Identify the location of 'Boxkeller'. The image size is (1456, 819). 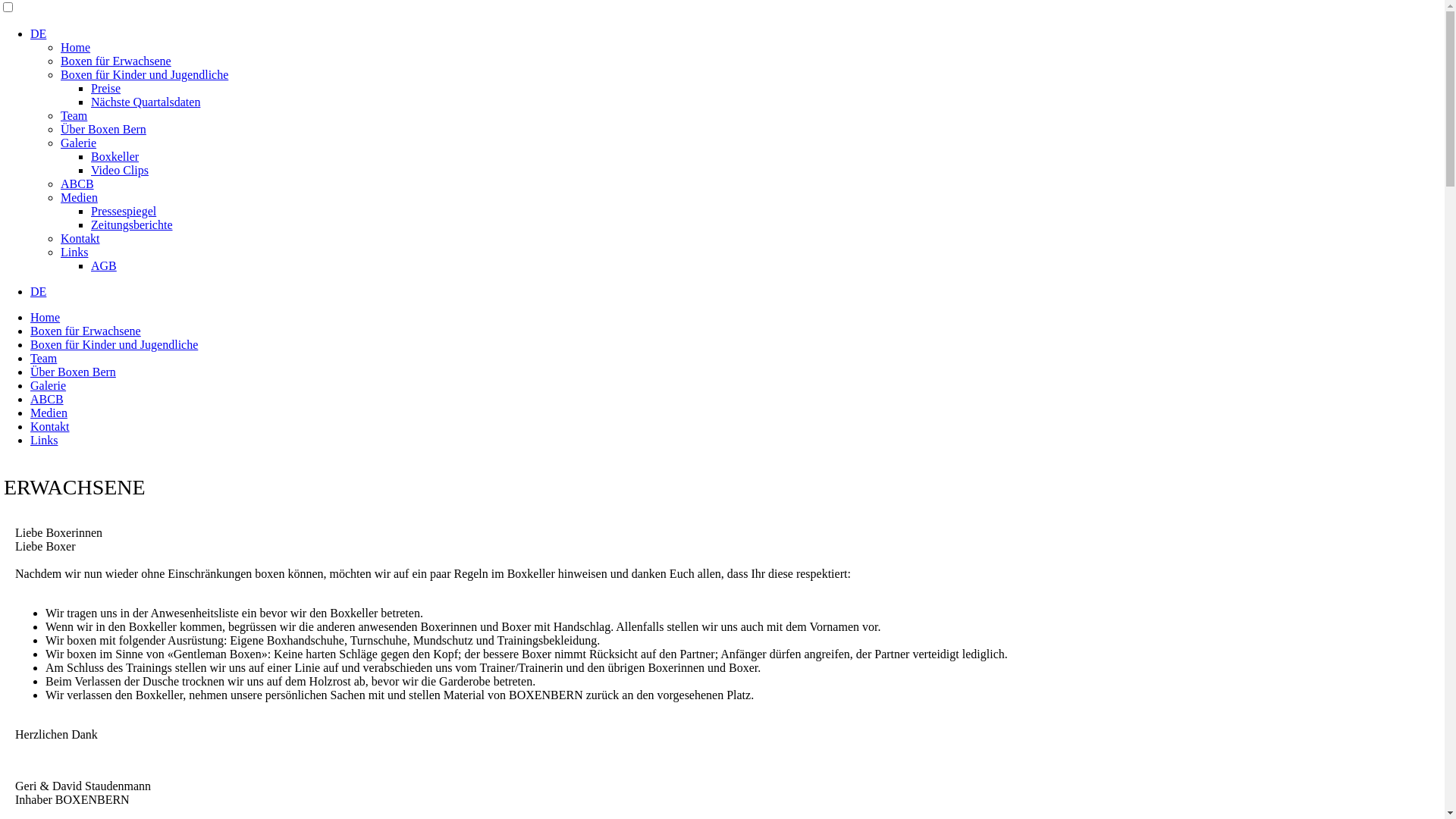
(114, 156).